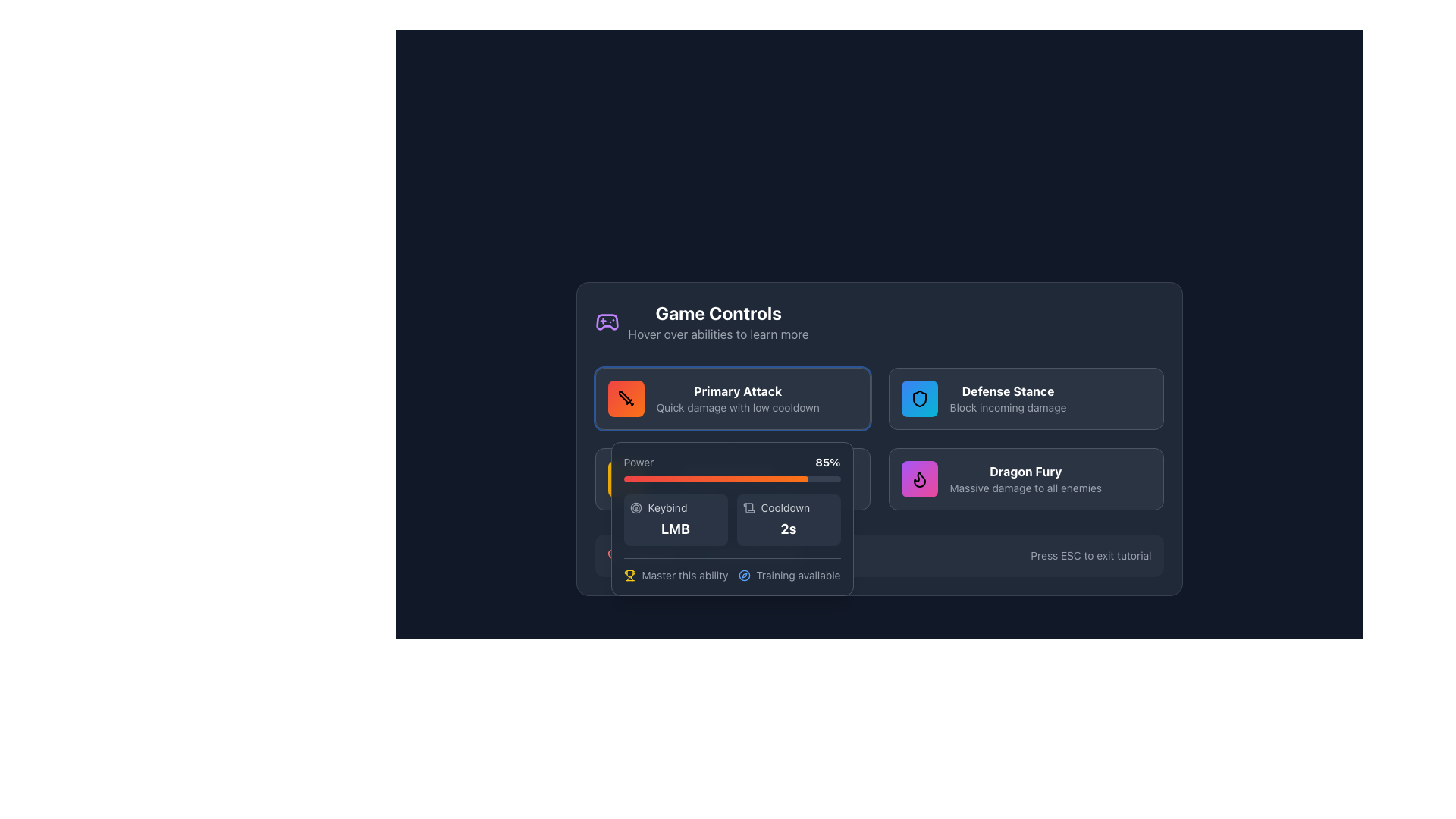 The height and width of the screenshot is (819, 1456). I want to click on the energy icon located in the lower-left part of the 'Primary Attack' section, immediately to the left of the orange progress bar labeled 'Power 85%', so click(626, 479).